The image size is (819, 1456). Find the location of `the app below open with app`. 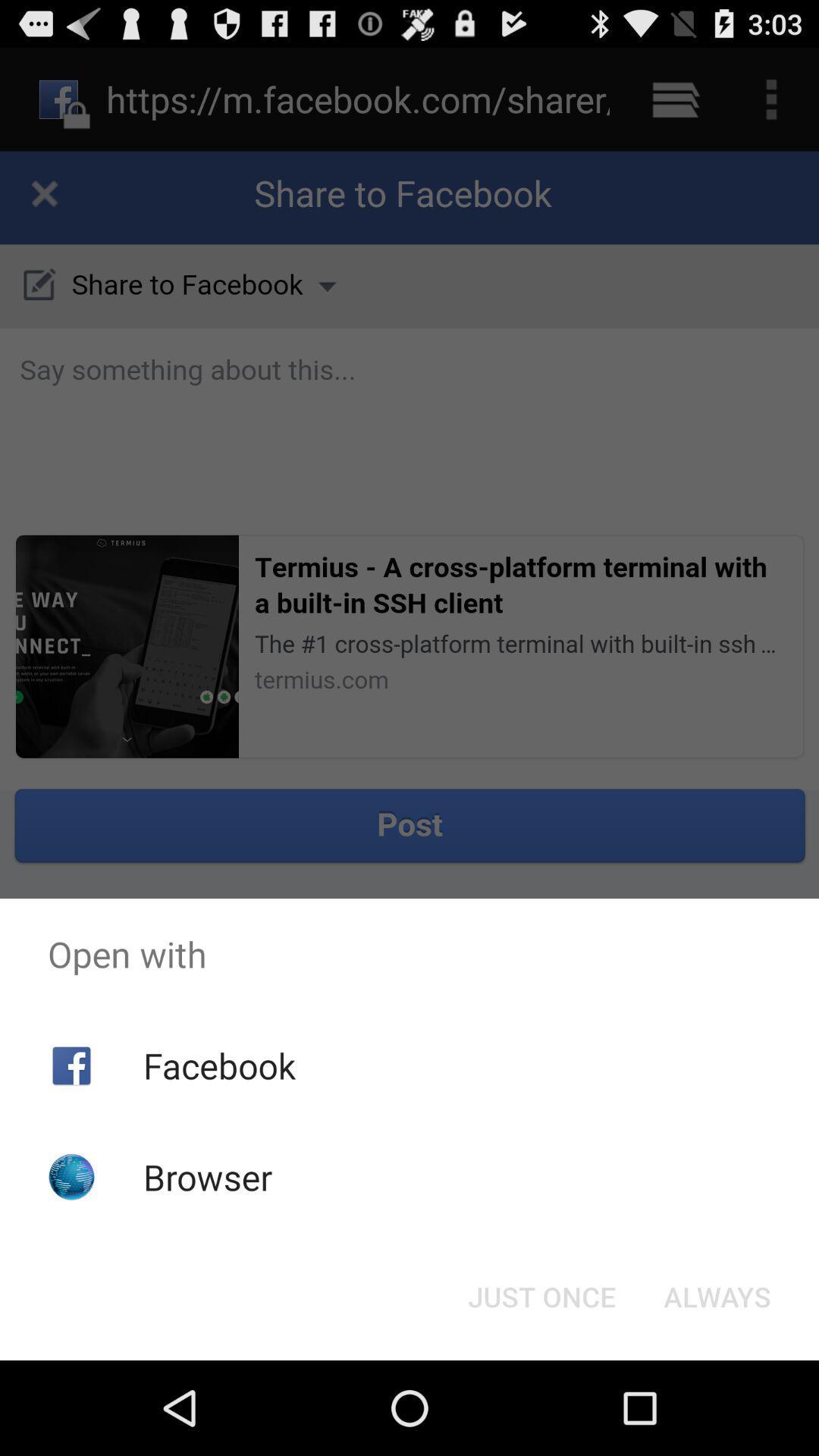

the app below open with app is located at coordinates (219, 1065).